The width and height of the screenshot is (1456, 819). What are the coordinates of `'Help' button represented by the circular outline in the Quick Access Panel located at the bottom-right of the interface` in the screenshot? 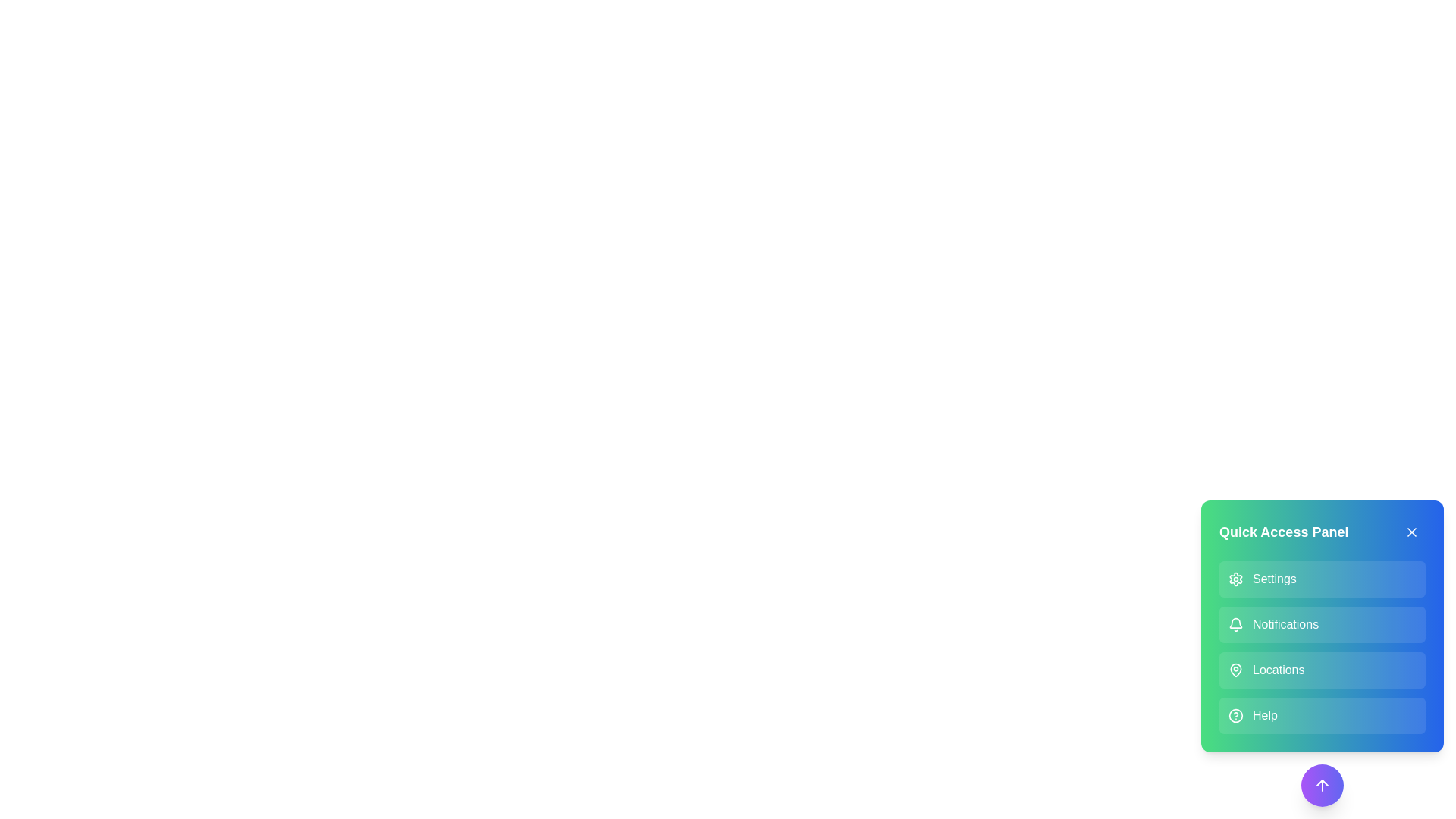 It's located at (1236, 716).